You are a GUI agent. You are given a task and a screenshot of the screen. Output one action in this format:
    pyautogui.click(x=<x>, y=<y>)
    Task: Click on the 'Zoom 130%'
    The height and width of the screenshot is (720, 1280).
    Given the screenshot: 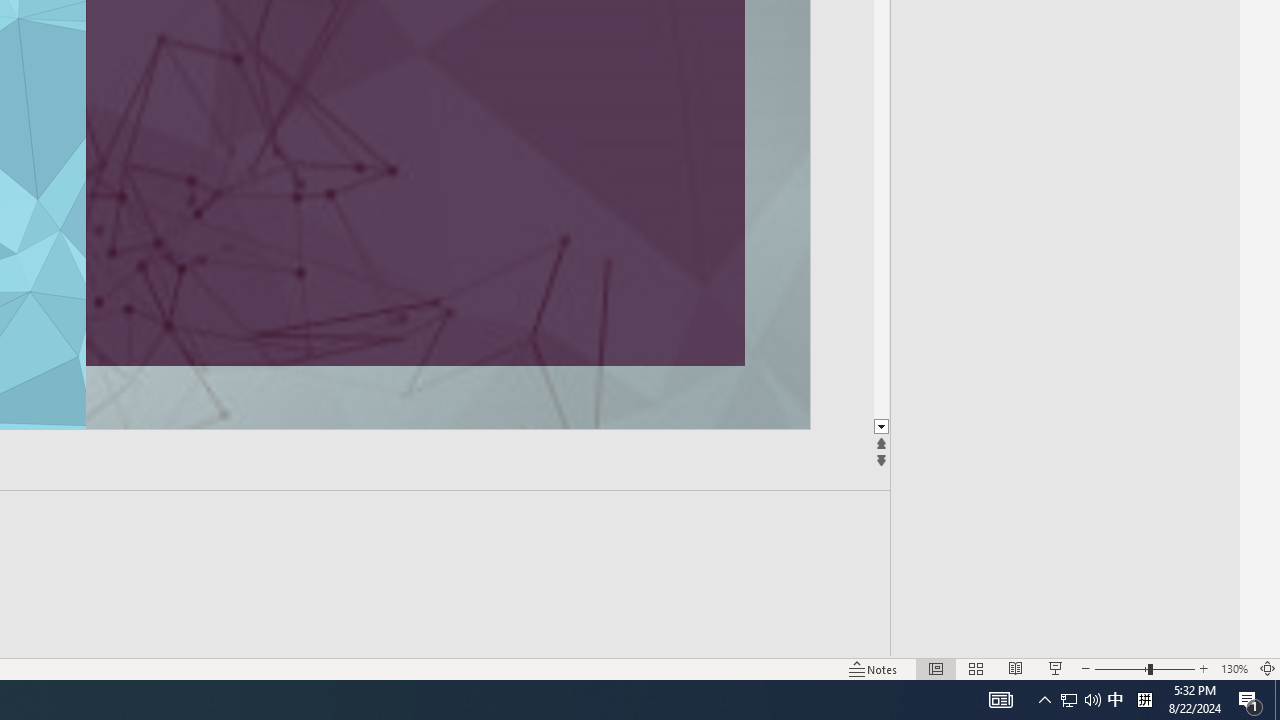 What is the action you would take?
    pyautogui.click(x=1233, y=669)
    